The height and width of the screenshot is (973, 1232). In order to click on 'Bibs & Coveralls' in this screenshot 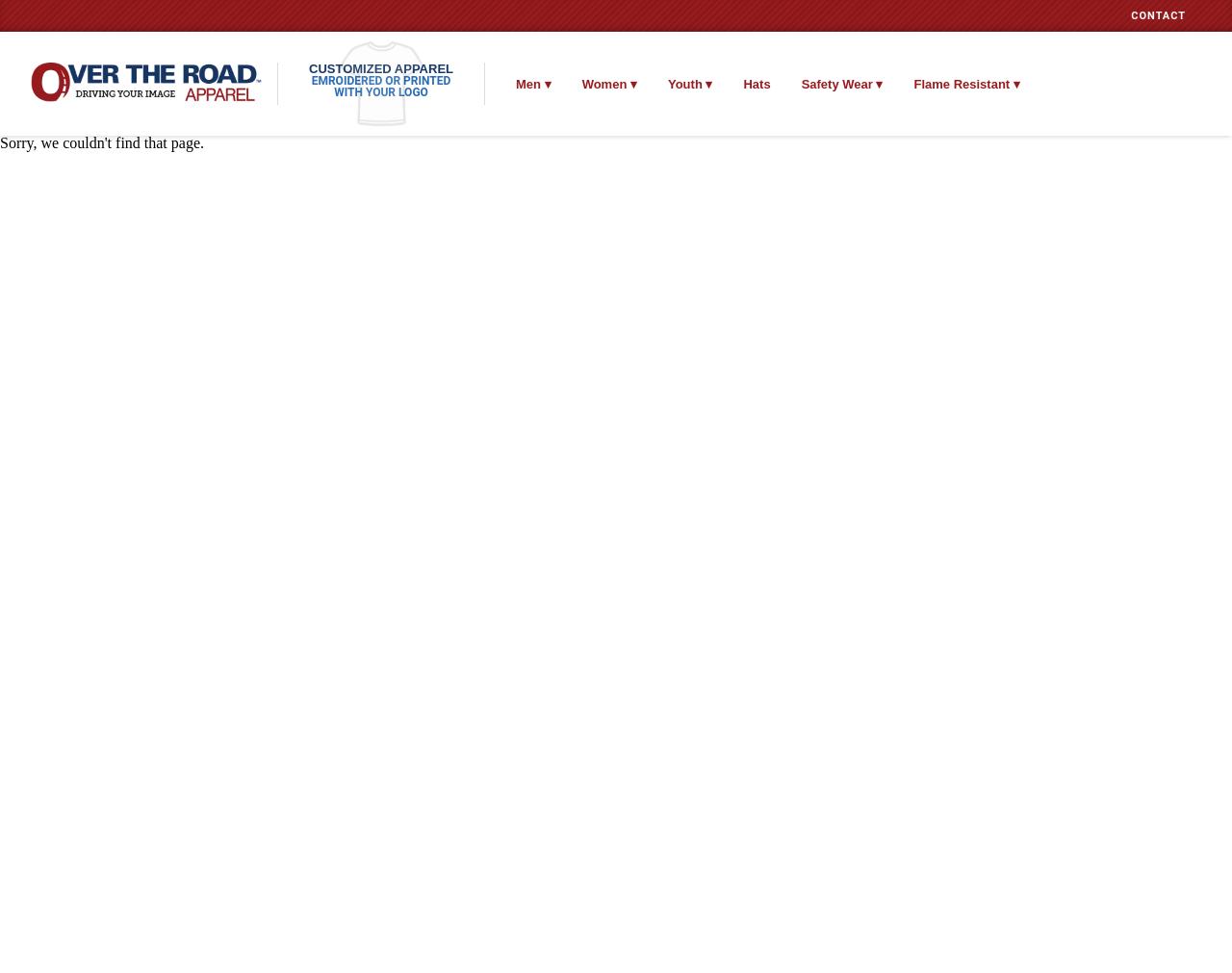, I will do `click(915, 121)`.